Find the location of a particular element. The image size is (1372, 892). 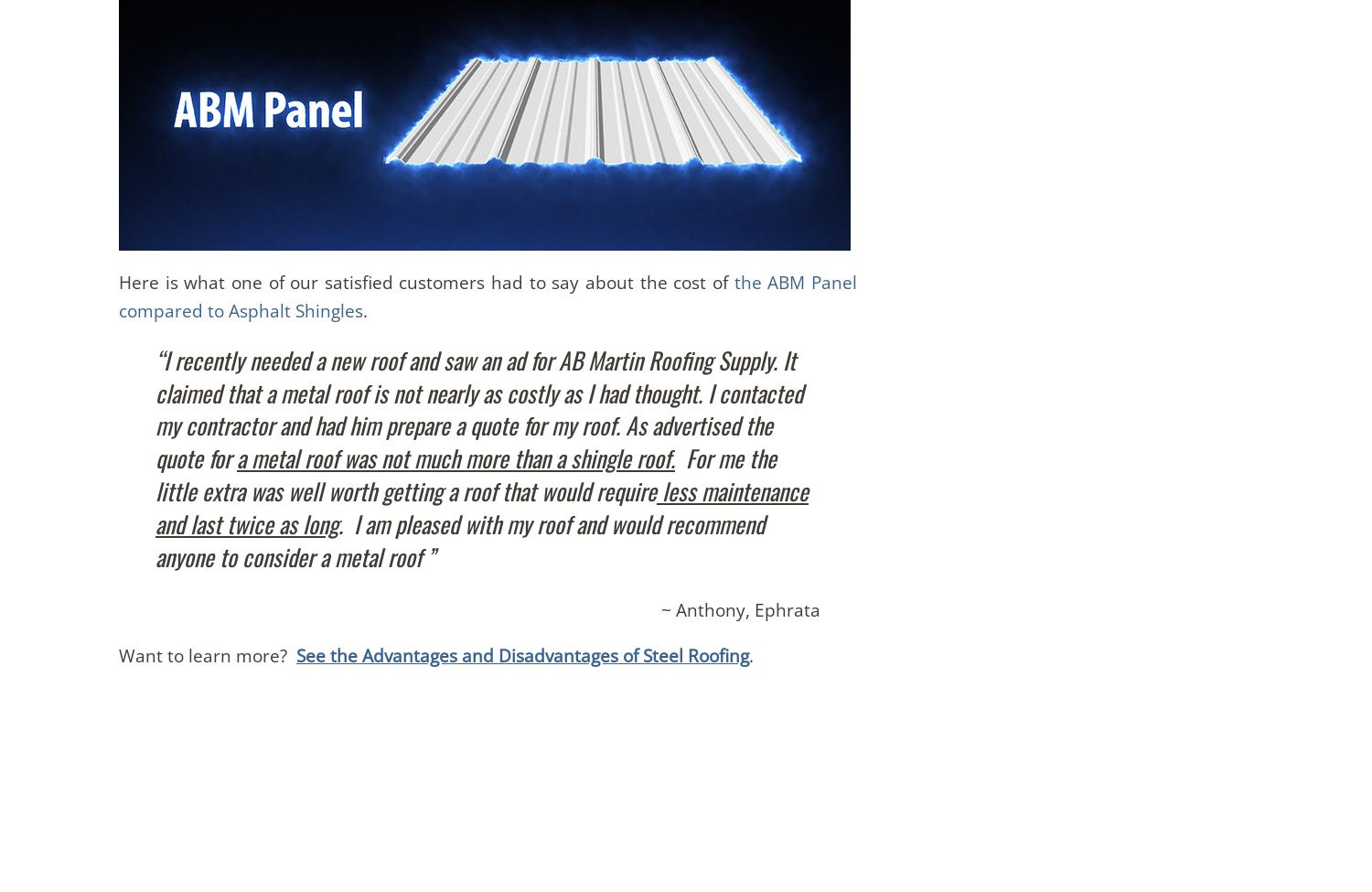

'less maintenance and last twice as long' is located at coordinates (155, 505).